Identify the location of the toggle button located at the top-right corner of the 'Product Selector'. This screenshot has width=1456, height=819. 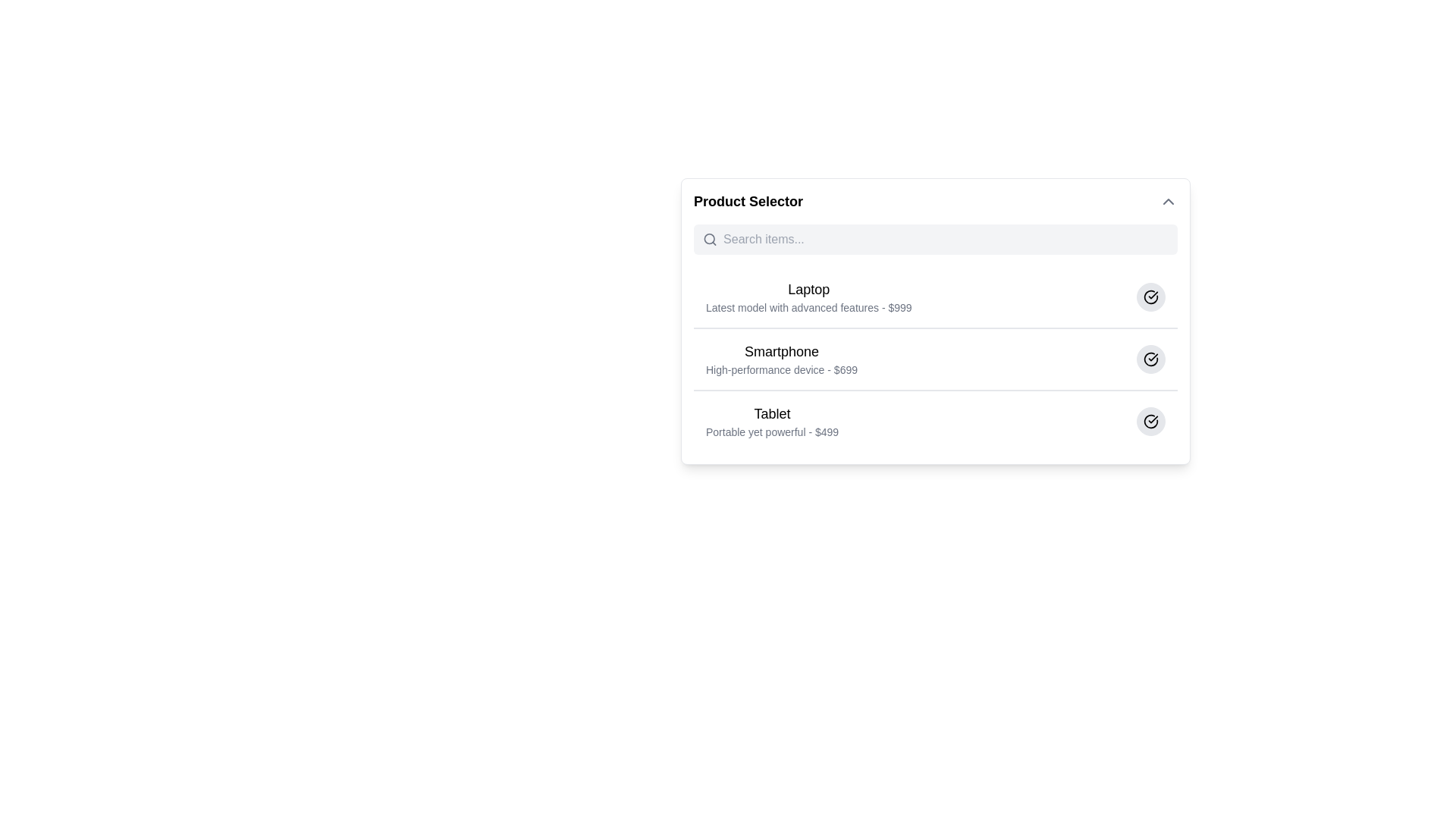
(1167, 201).